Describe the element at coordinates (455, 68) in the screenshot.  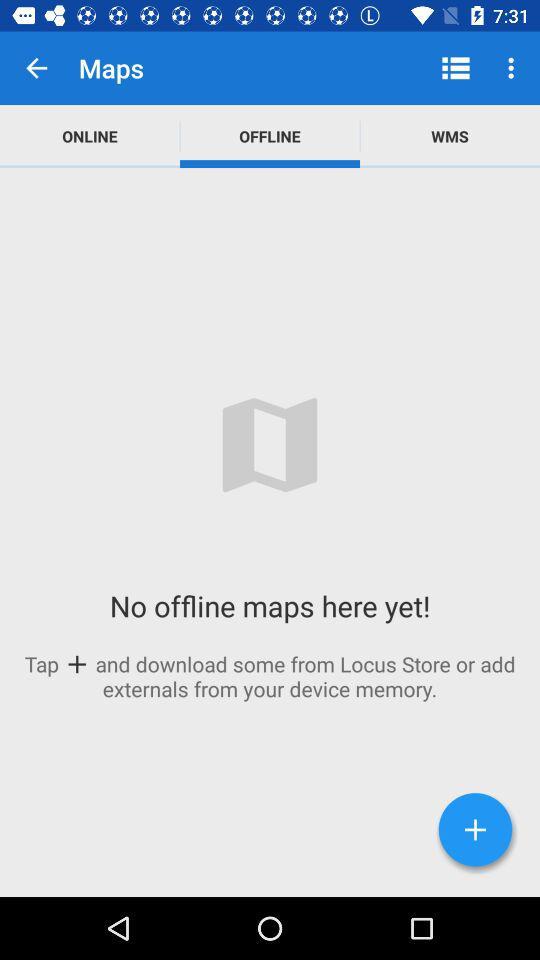
I see `the icon above the wms item` at that location.